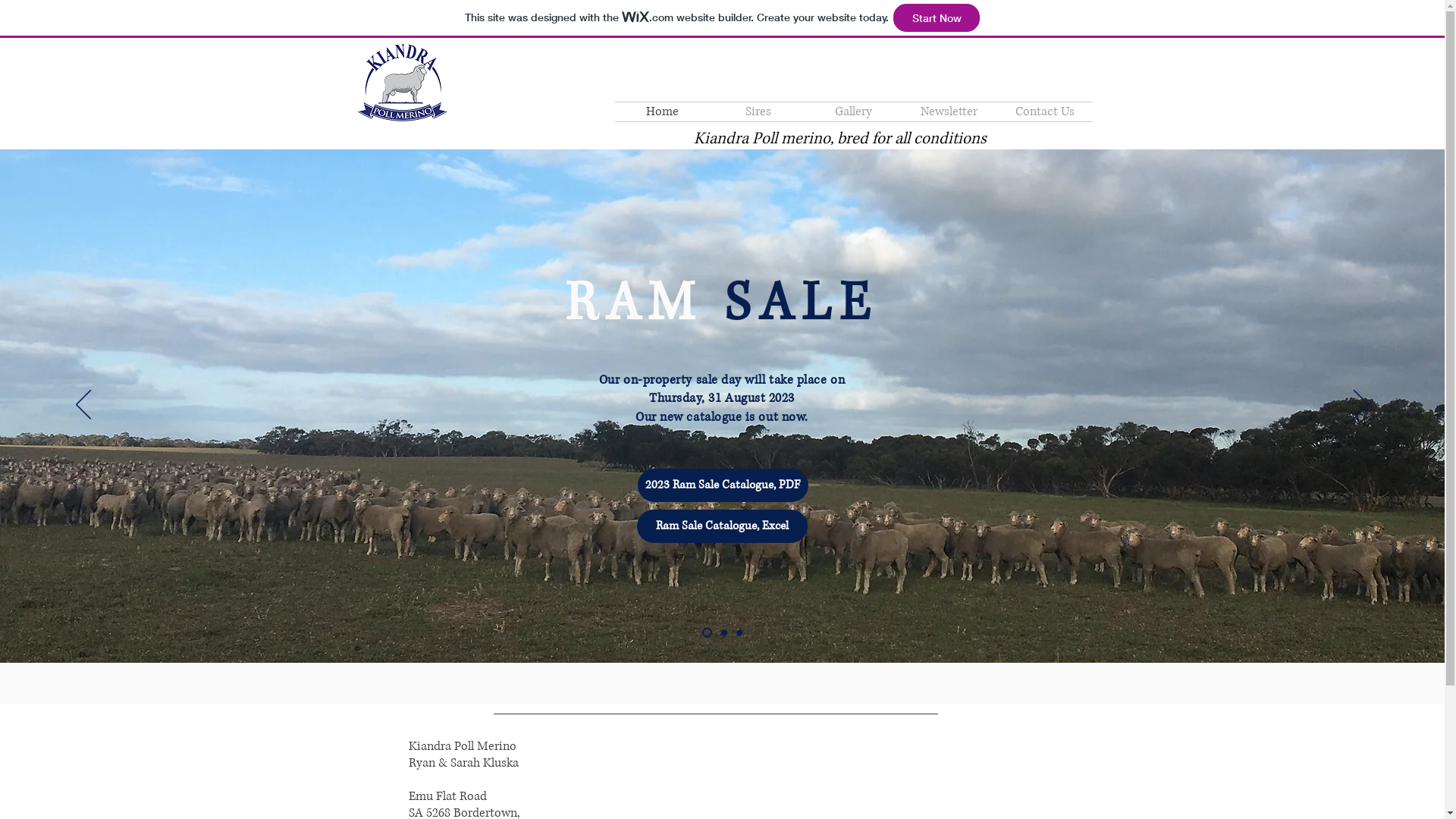 Image resolution: width=1456 pixels, height=819 pixels. Describe the element at coordinates (662, 111) in the screenshot. I see `'Home'` at that location.